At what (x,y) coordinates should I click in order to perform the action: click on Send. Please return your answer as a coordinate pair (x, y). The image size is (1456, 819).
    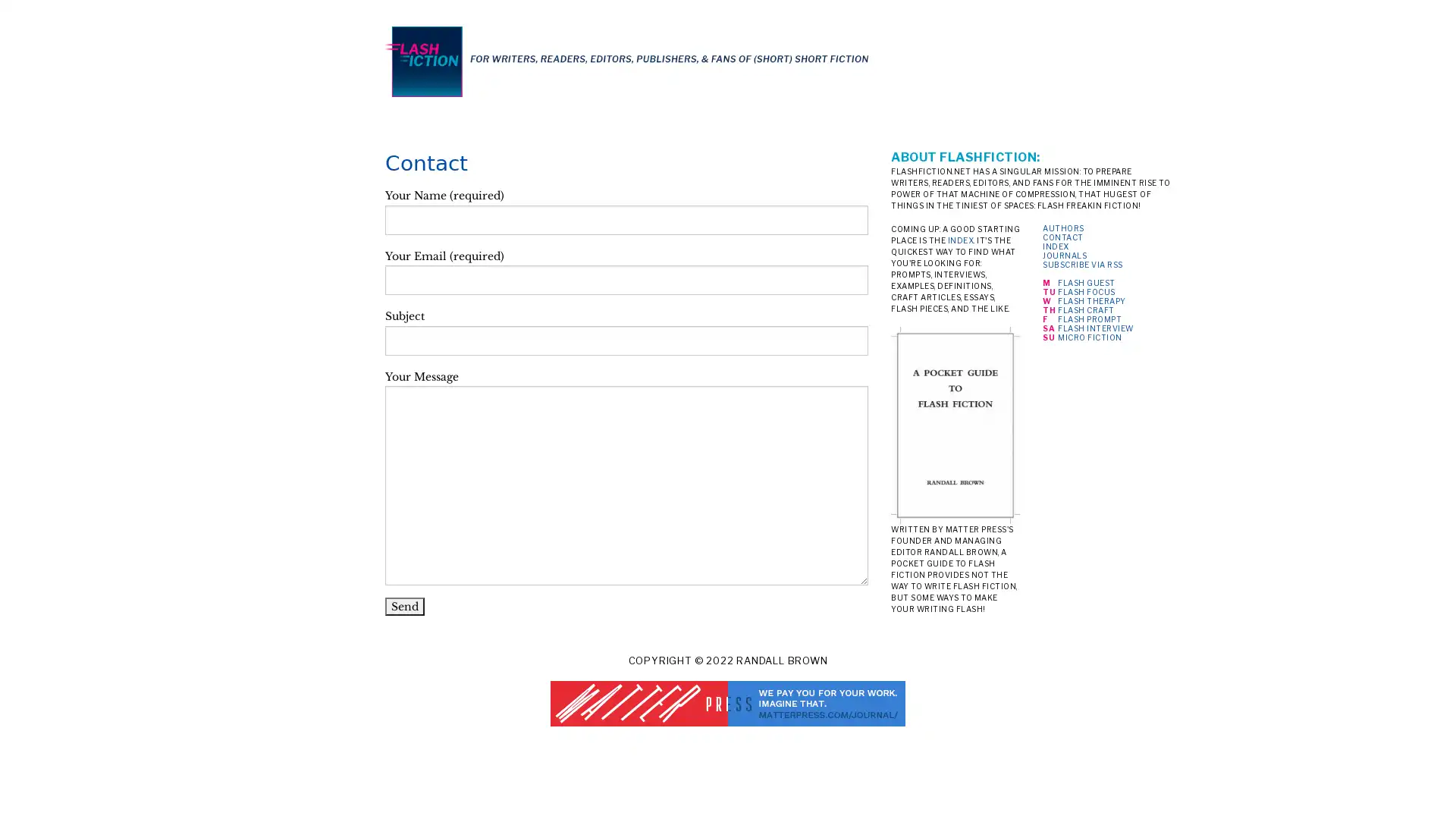
    Looking at the image, I should click on (404, 605).